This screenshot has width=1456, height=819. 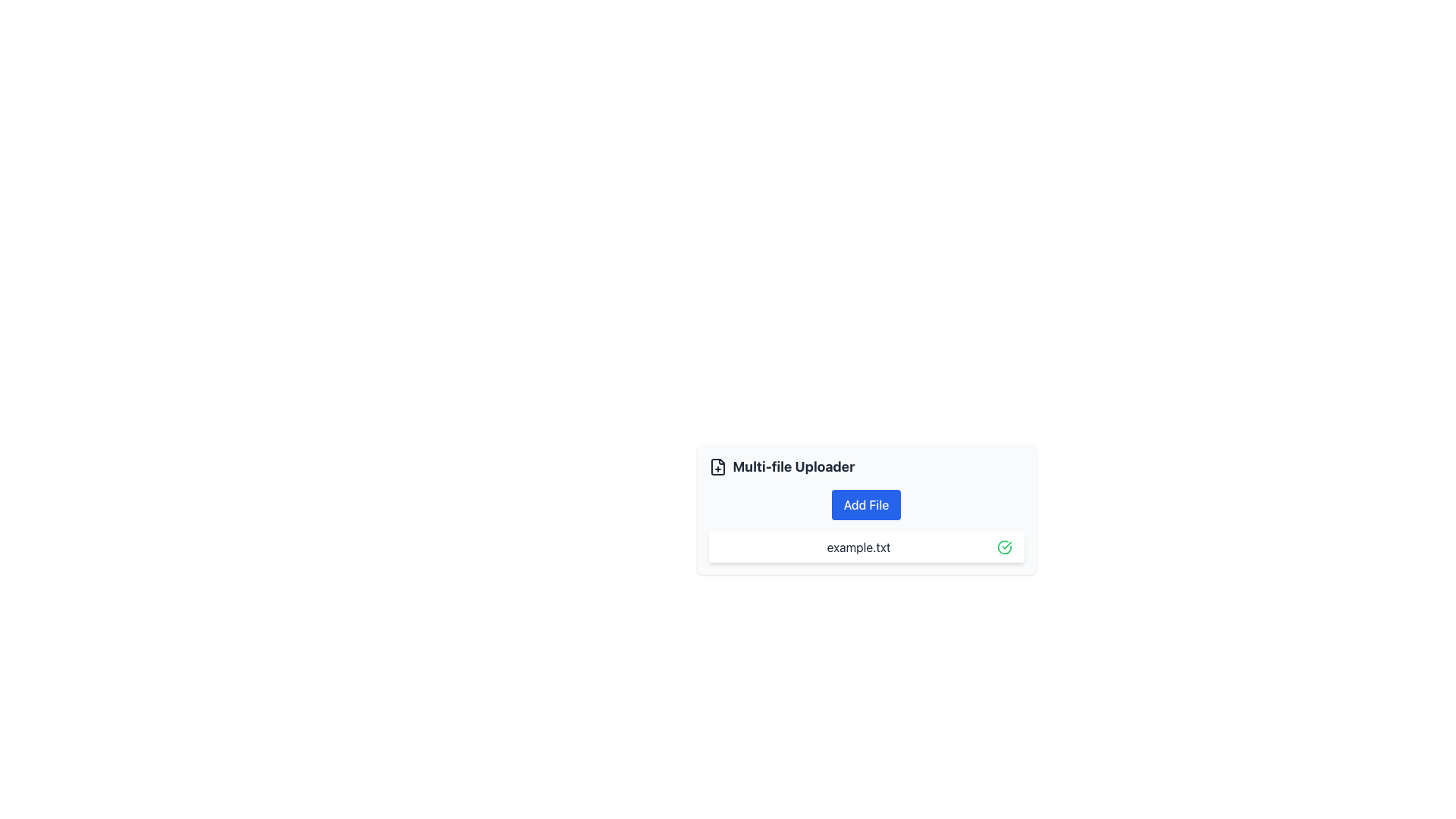 What do you see at coordinates (866, 505) in the screenshot?
I see `the upload button within the 'Multi-file Uploader' component` at bounding box center [866, 505].